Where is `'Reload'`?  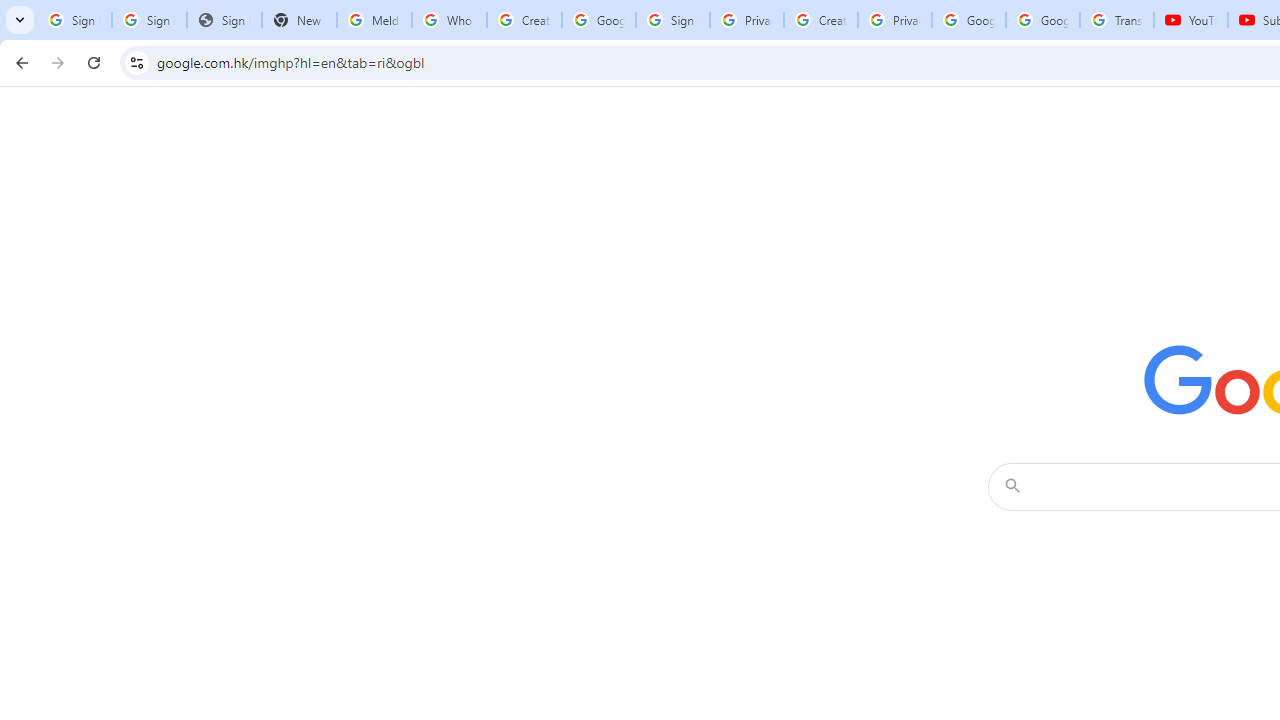
'Reload' is located at coordinates (93, 61).